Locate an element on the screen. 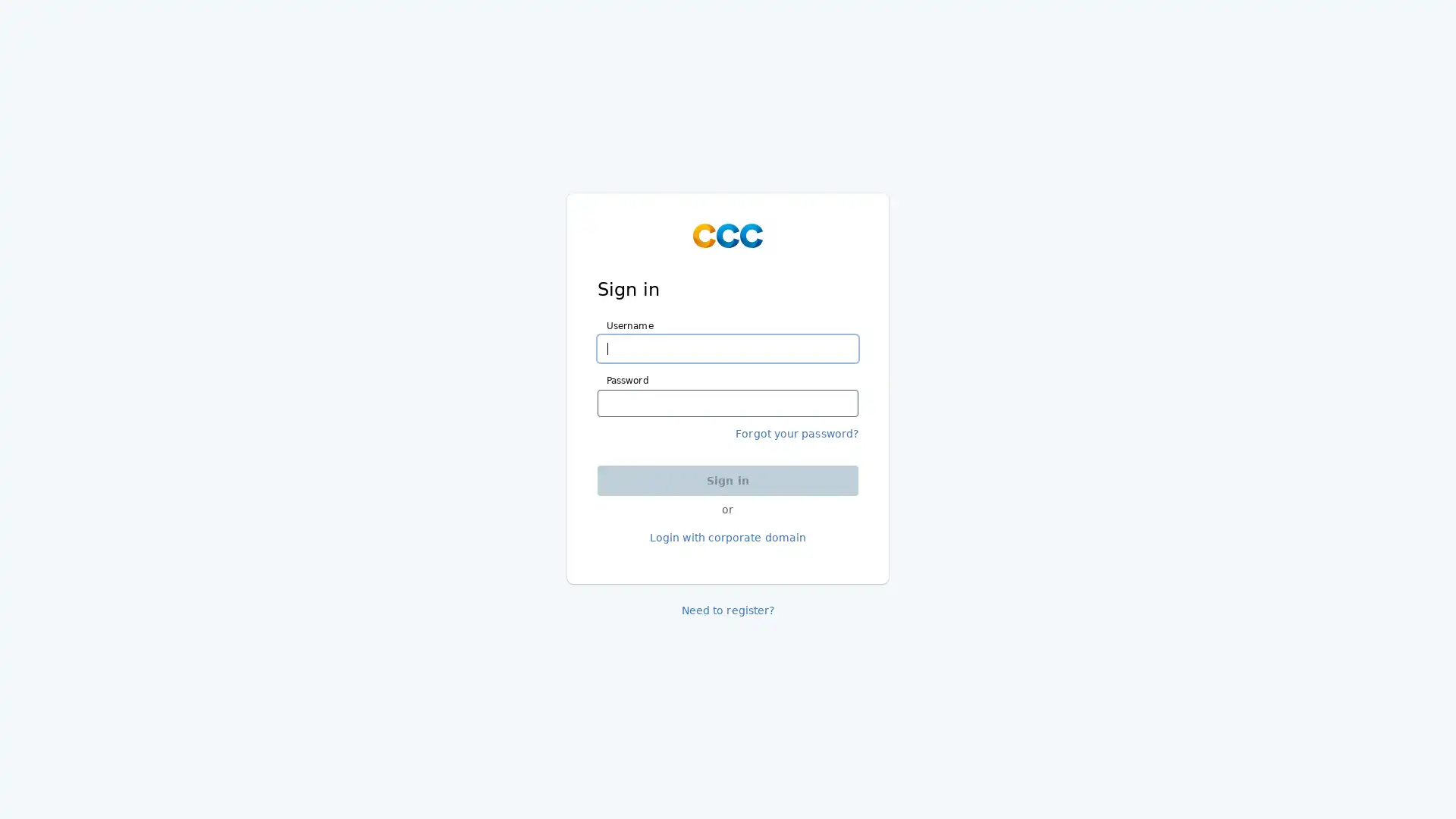  Login with corporate domain is located at coordinates (726, 537).